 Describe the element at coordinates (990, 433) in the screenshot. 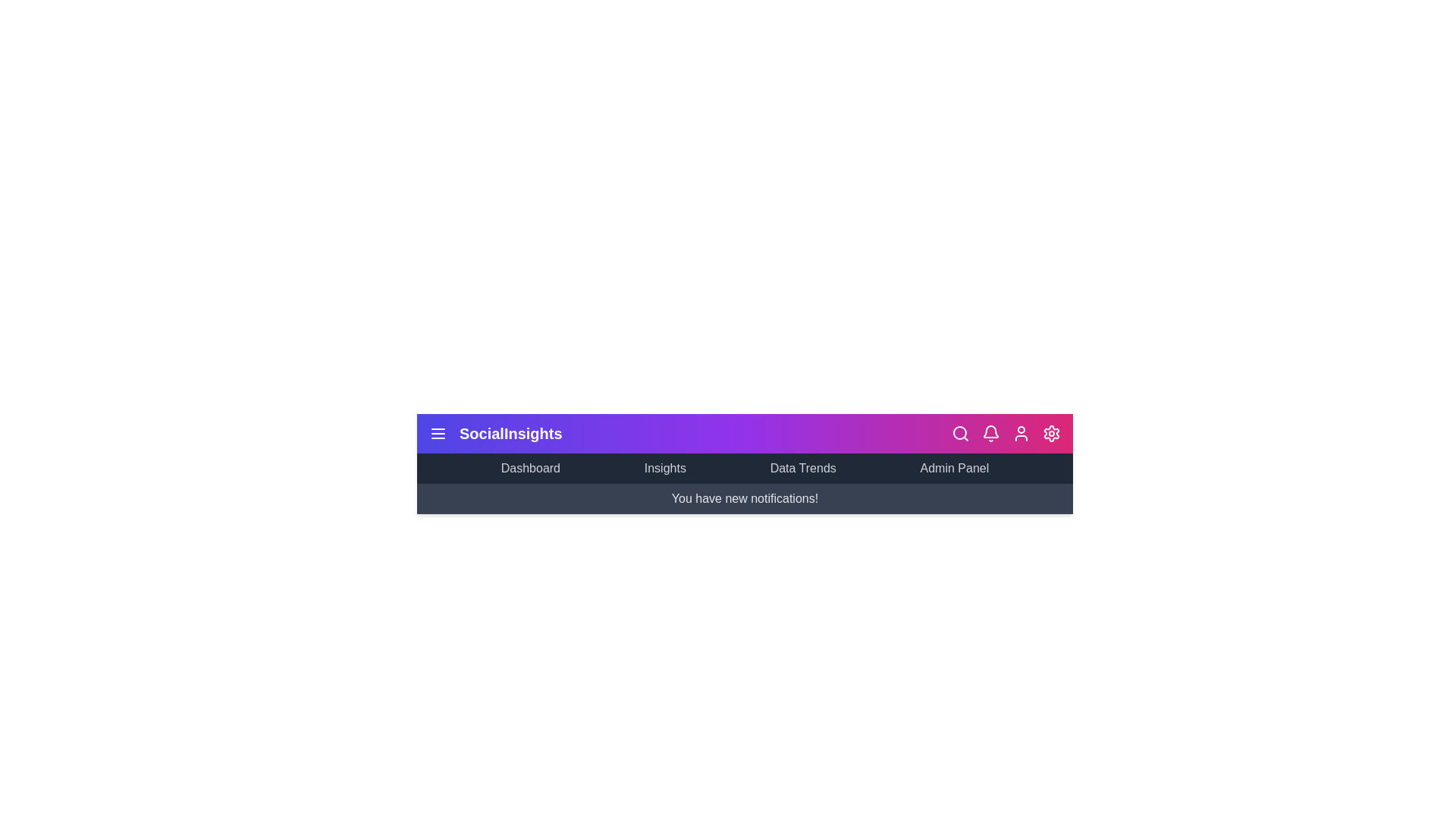

I see `the bell icon to toggle the notification panel visibility` at that location.